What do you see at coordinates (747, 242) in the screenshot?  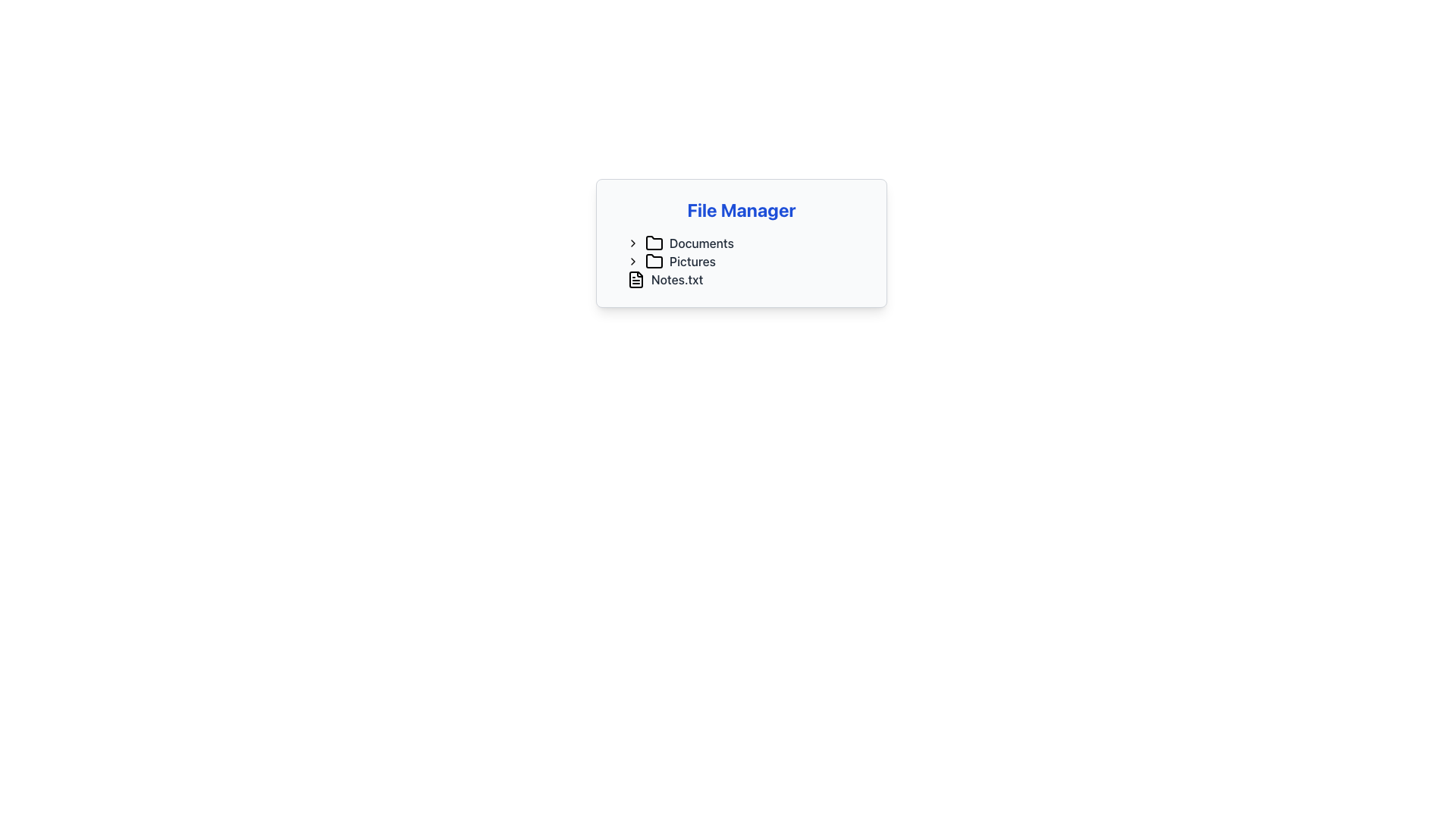 I see `the 'Documents' folder item` at bounding box center [747, 242].